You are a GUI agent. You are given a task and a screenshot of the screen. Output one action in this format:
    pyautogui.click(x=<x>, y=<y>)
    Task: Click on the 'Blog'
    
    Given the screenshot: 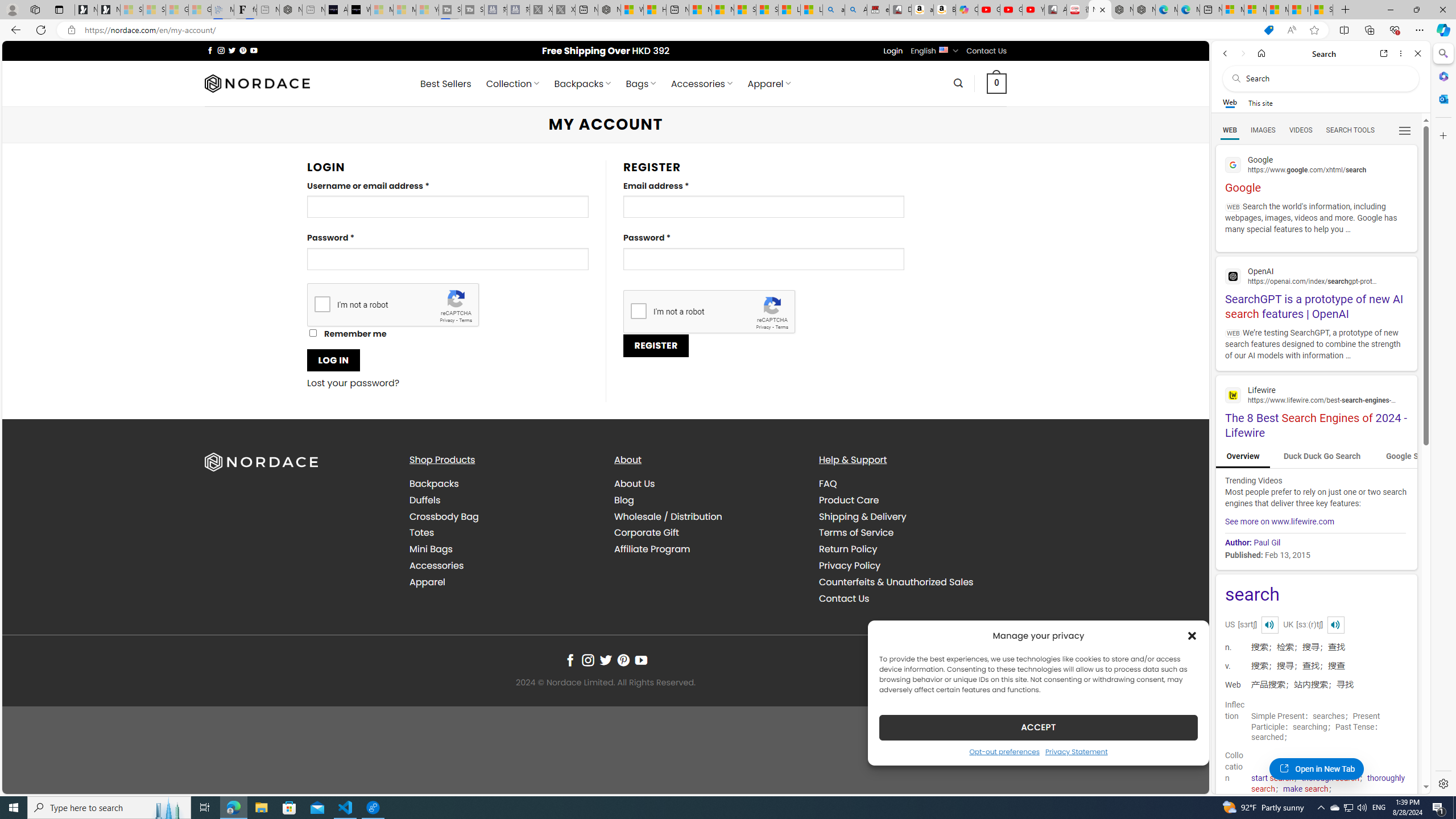 What is the action you would take?
    pyautogui.click(x=624, y=499)
    